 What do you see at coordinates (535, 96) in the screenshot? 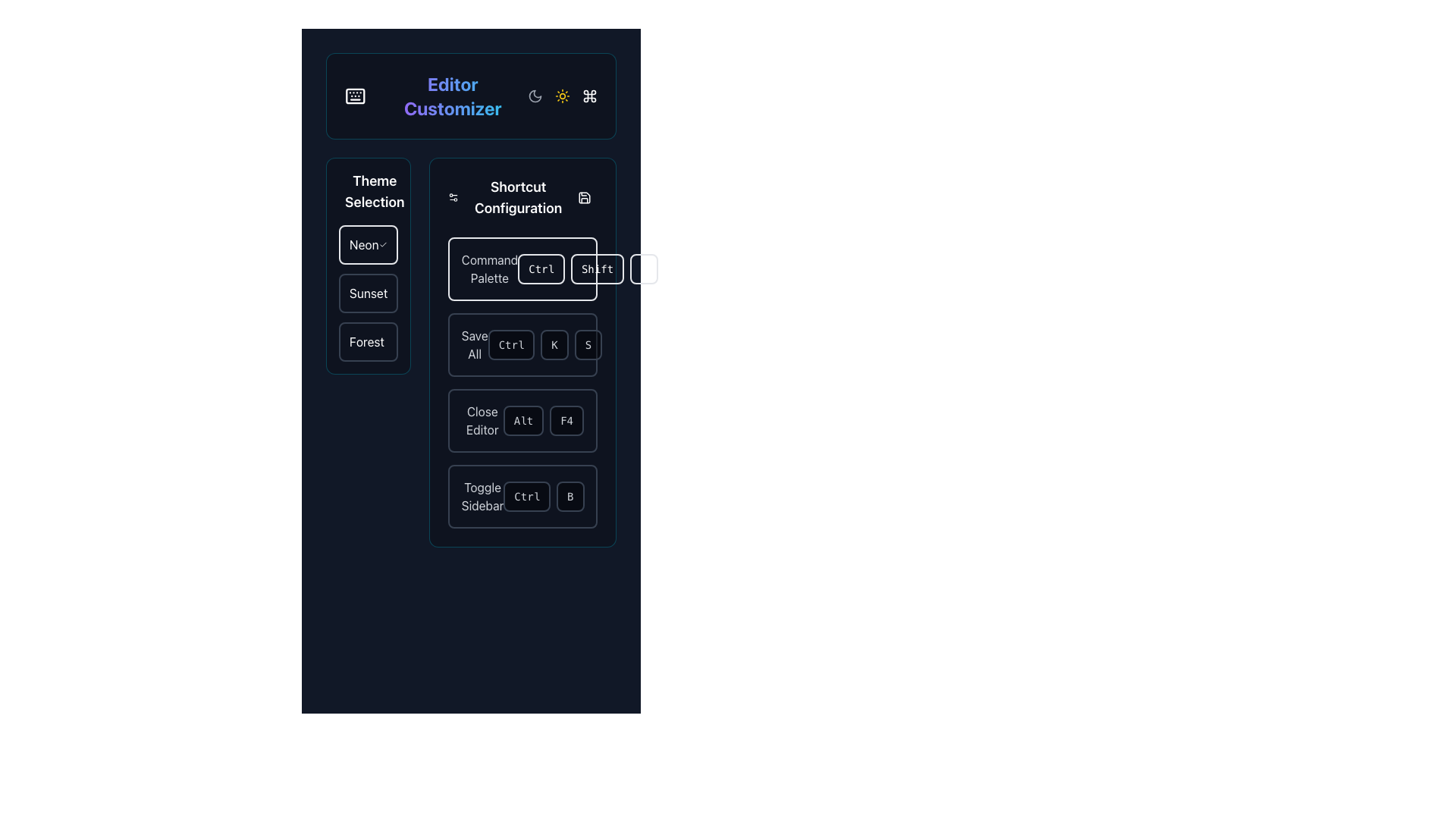
I see `the crescent moon icon colored in gray, which serves as a dark mode toggle, located in the top-right corner of the 'Editor Customizer' section adjacent to the label 'Editor Customizer'` at bounding box center [535, 96].